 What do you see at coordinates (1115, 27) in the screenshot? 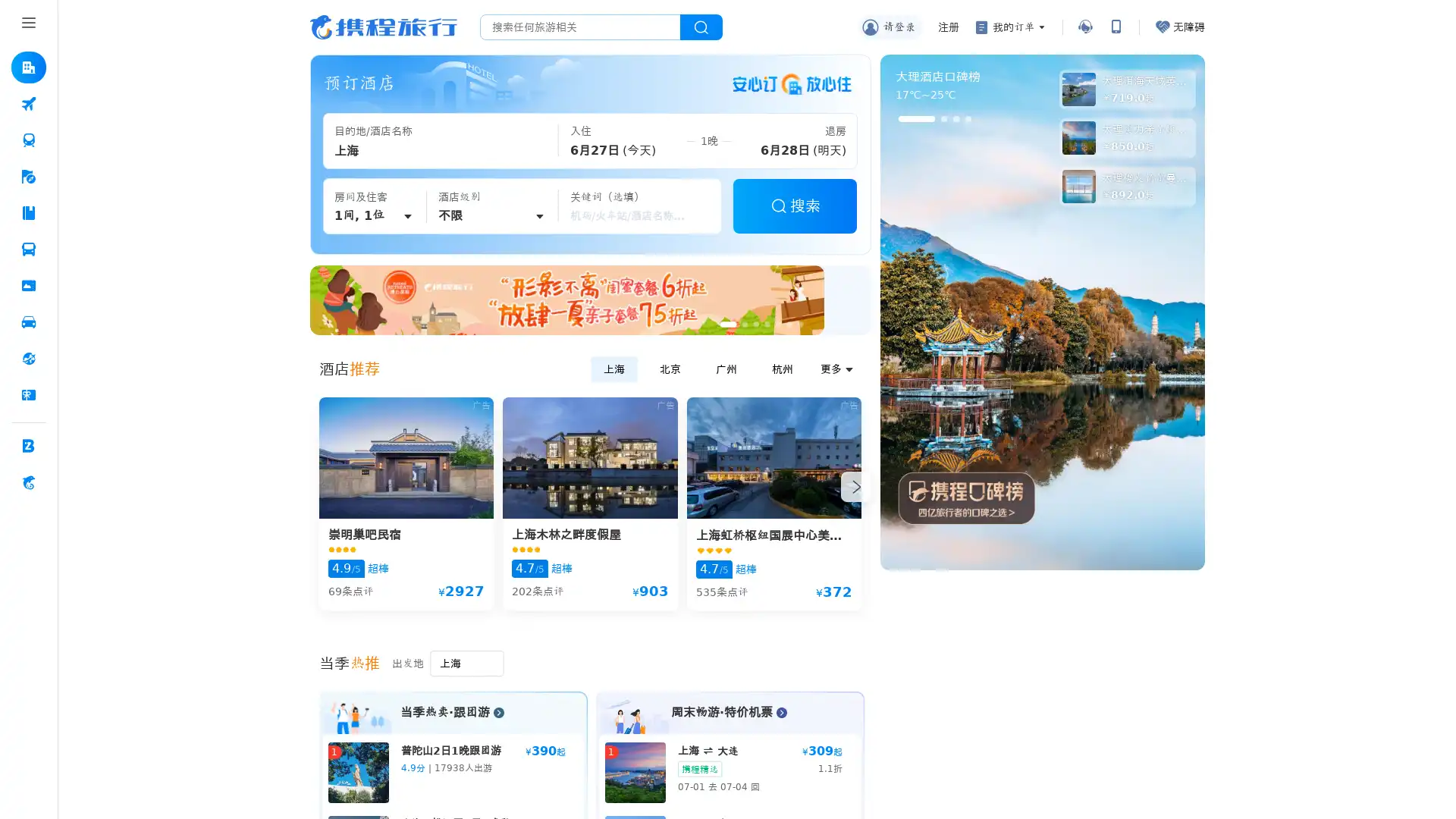
I see `App` at bounding box center [1115, 27].